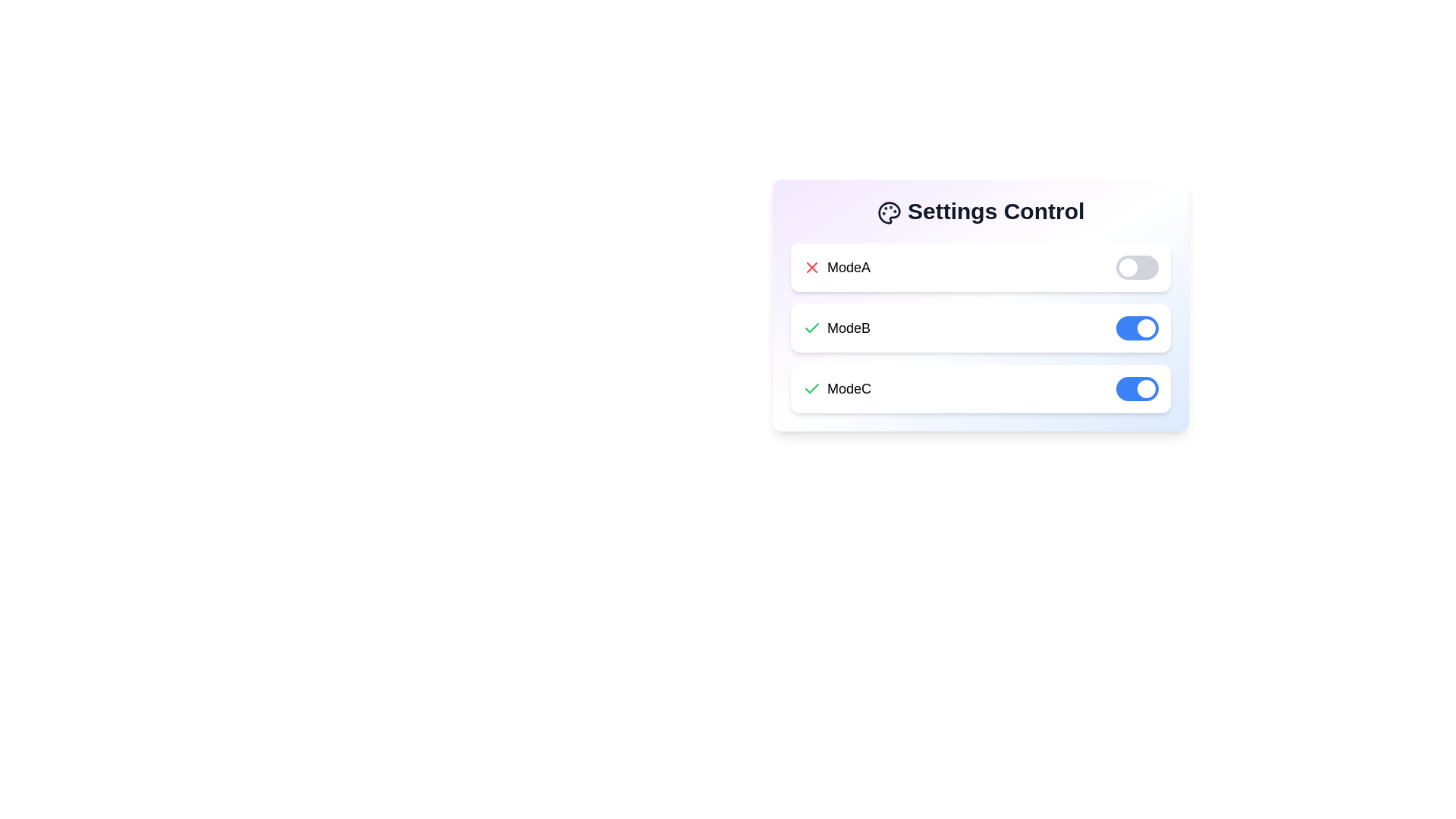 The height and width of the screenshot is (819, 1456). I want to click on the information associated with the checkmark icon indicating that ModeC is enabled in the Settings Control widget, so click(811, 327).